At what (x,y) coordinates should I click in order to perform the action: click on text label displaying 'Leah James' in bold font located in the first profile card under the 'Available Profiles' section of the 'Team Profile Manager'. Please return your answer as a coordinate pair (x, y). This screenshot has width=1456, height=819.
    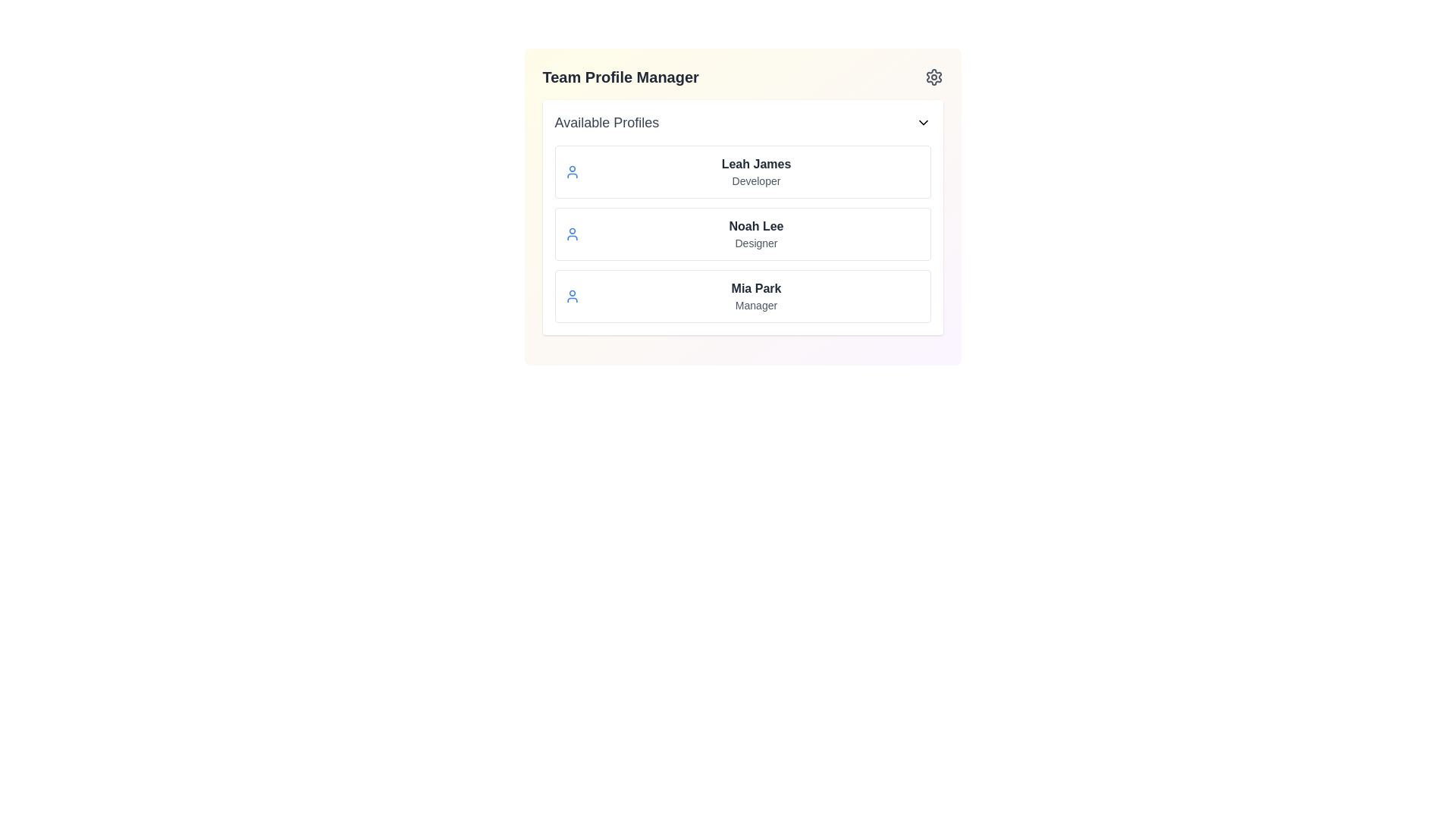
    Looking at the image, I should click on (756, 164).